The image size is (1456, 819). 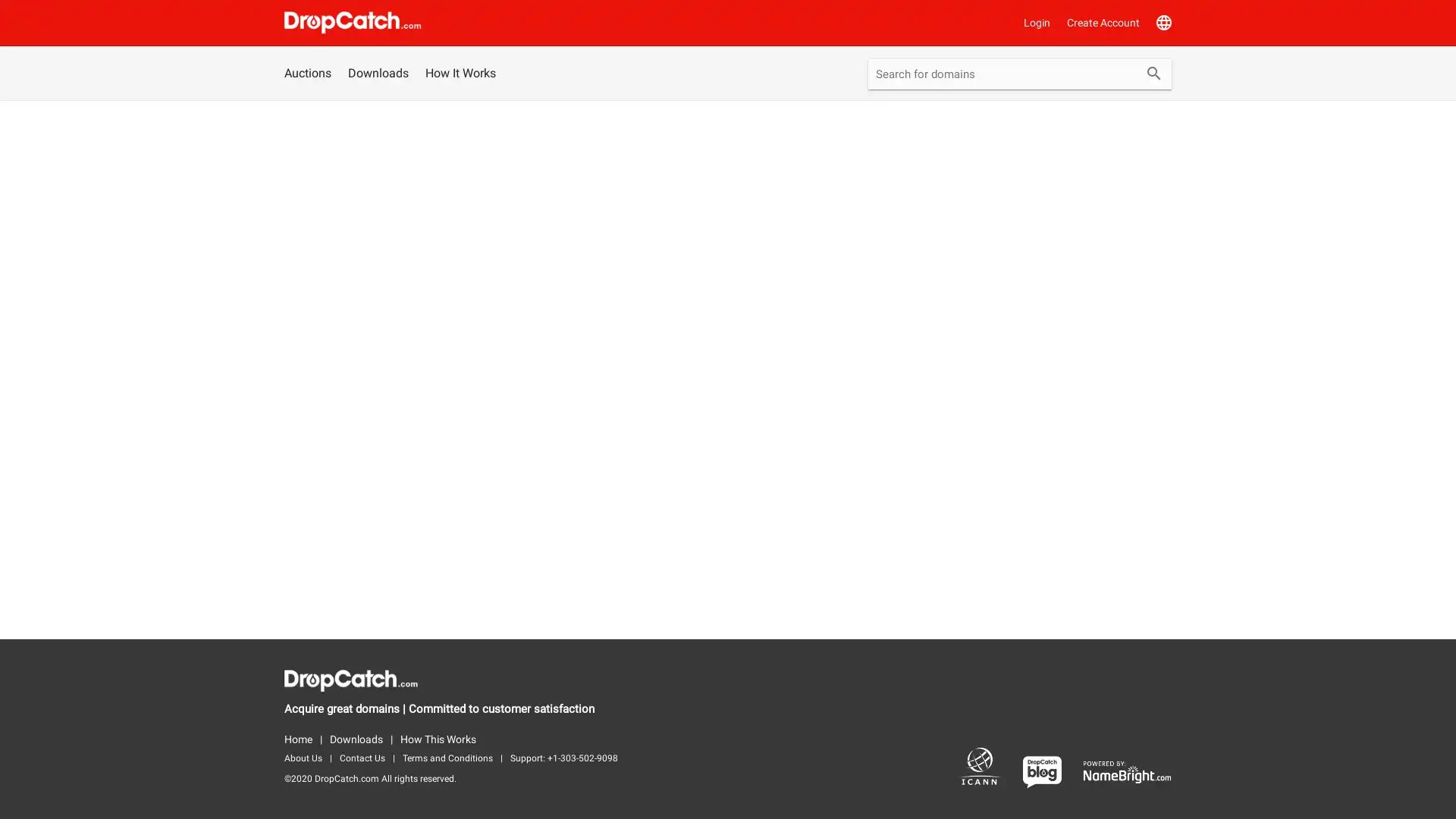 I want to click on Submit, so click(x=1153, y=75).